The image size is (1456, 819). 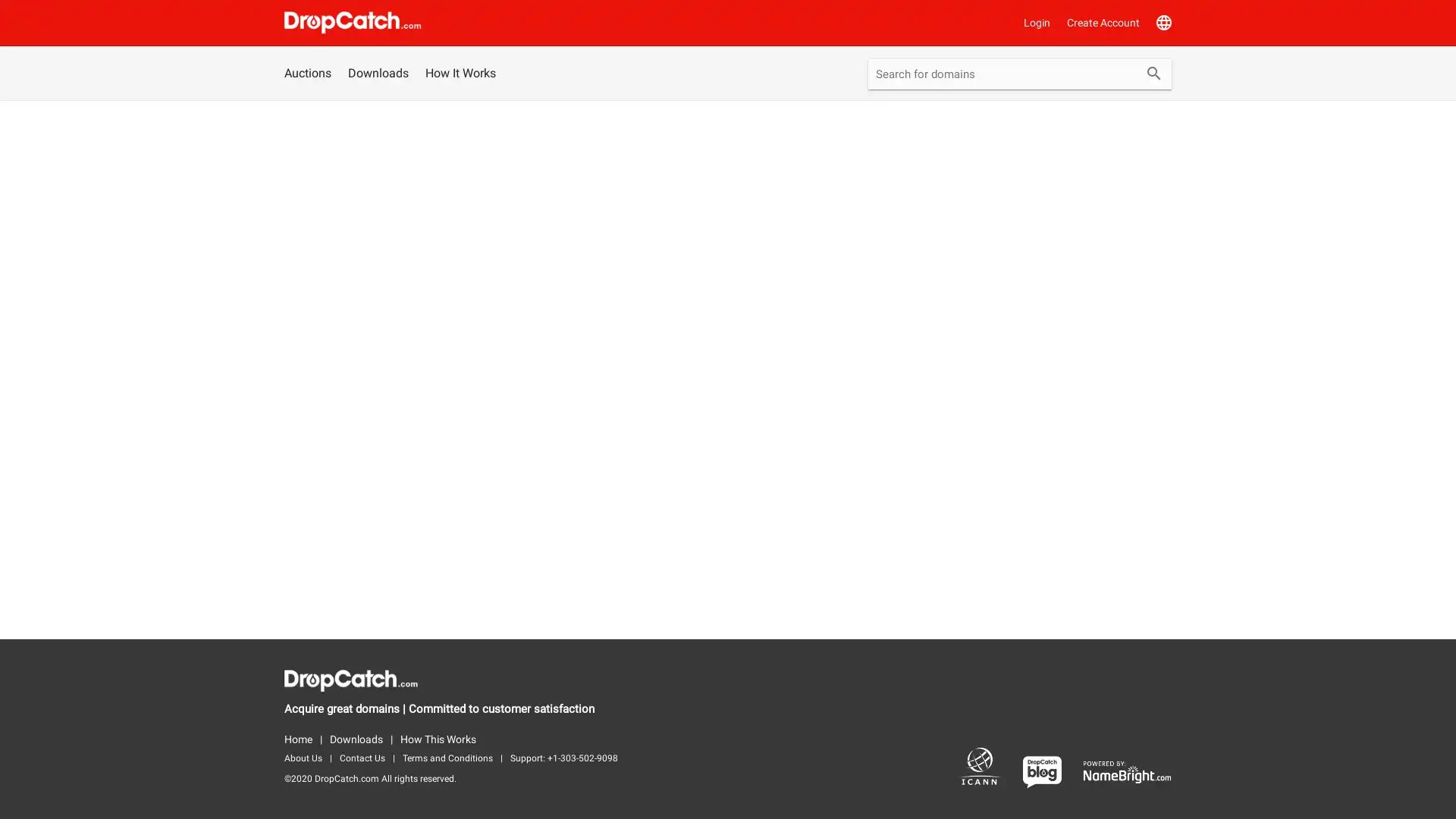 I want to click on Submit, so click(x=1153, y=75).